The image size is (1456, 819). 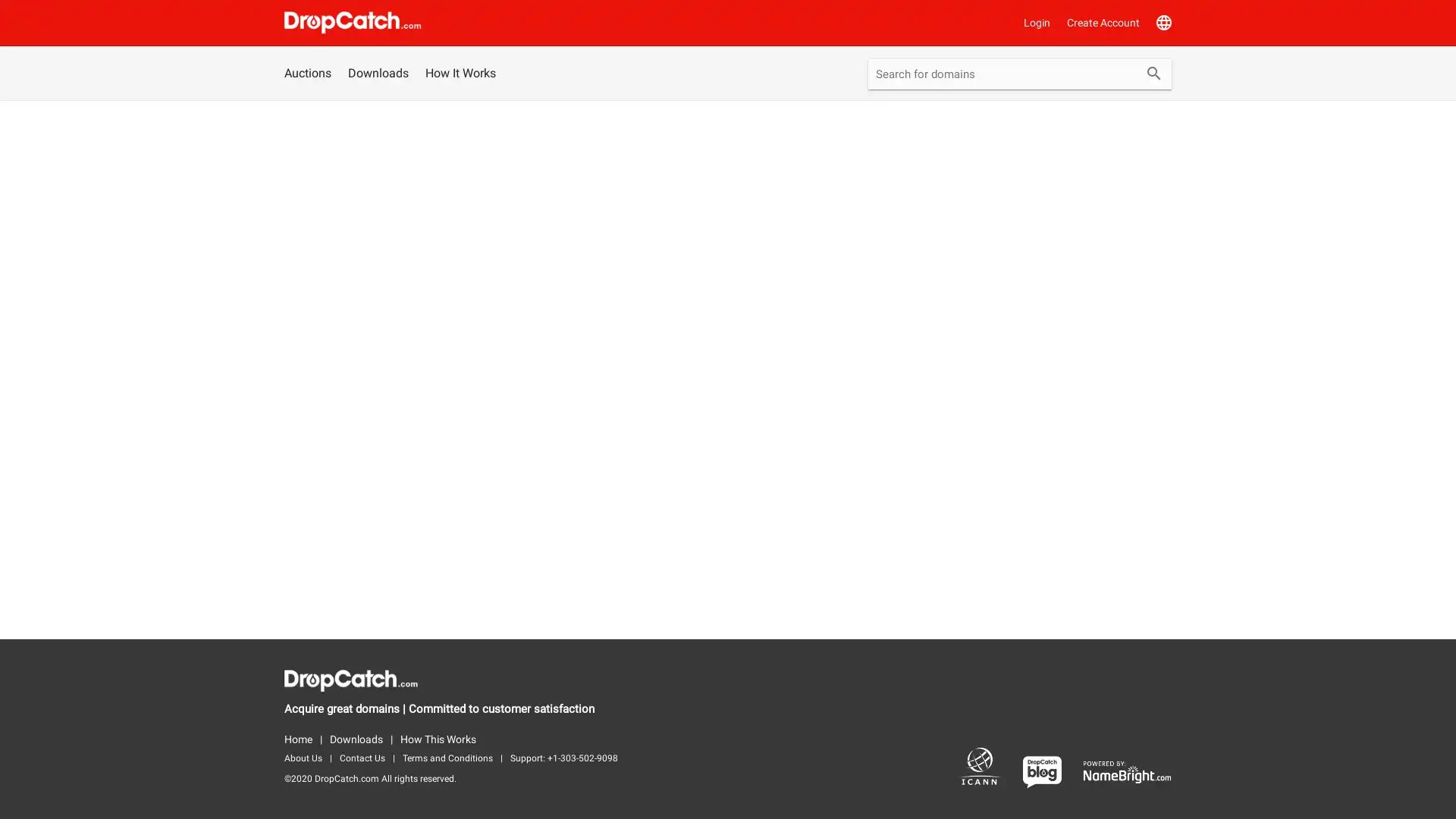 I want to click on Submit, so click(x=1153, y=75).